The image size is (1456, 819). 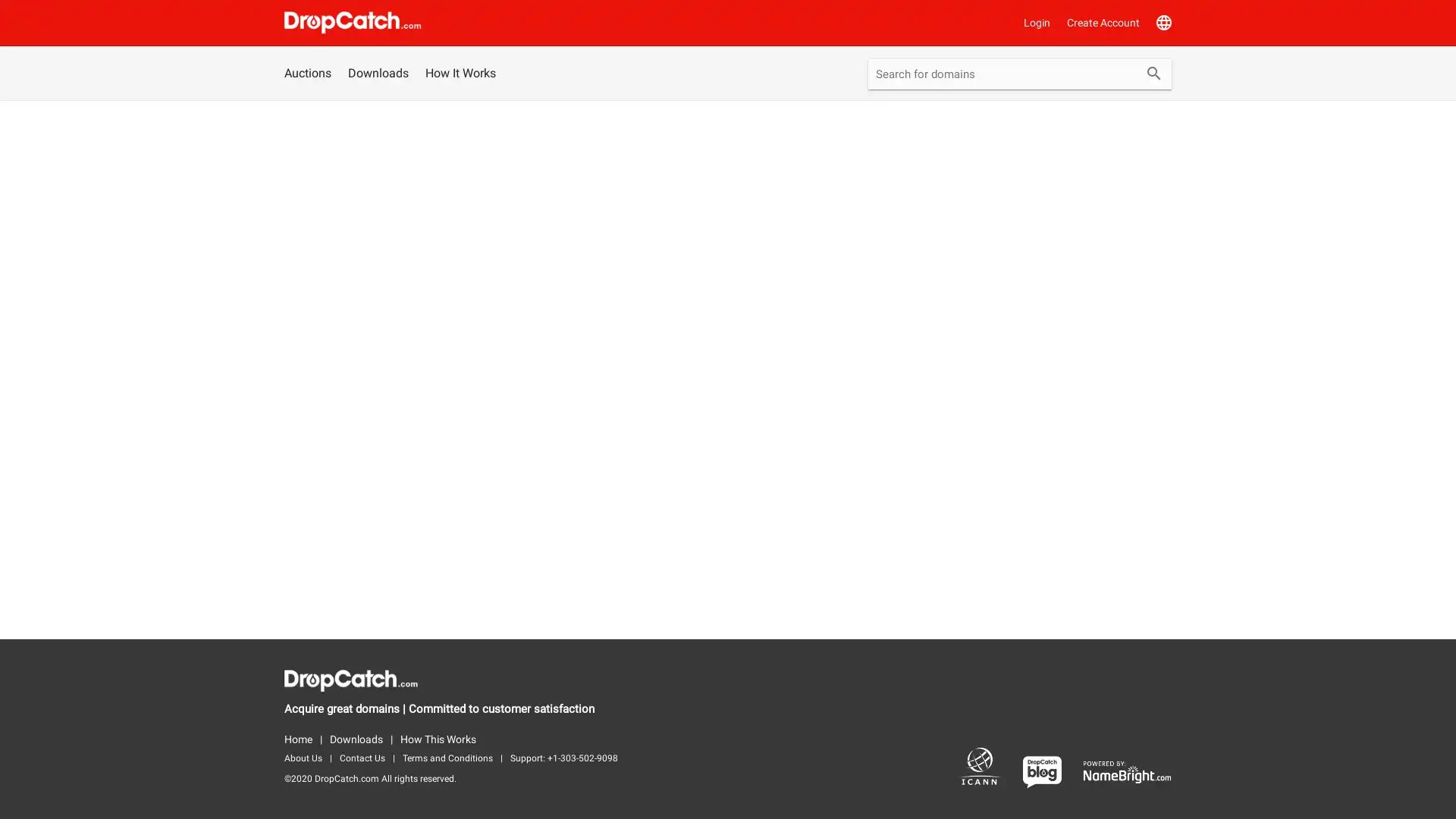 I want to click on Submit, so click(x=1153, y=75).